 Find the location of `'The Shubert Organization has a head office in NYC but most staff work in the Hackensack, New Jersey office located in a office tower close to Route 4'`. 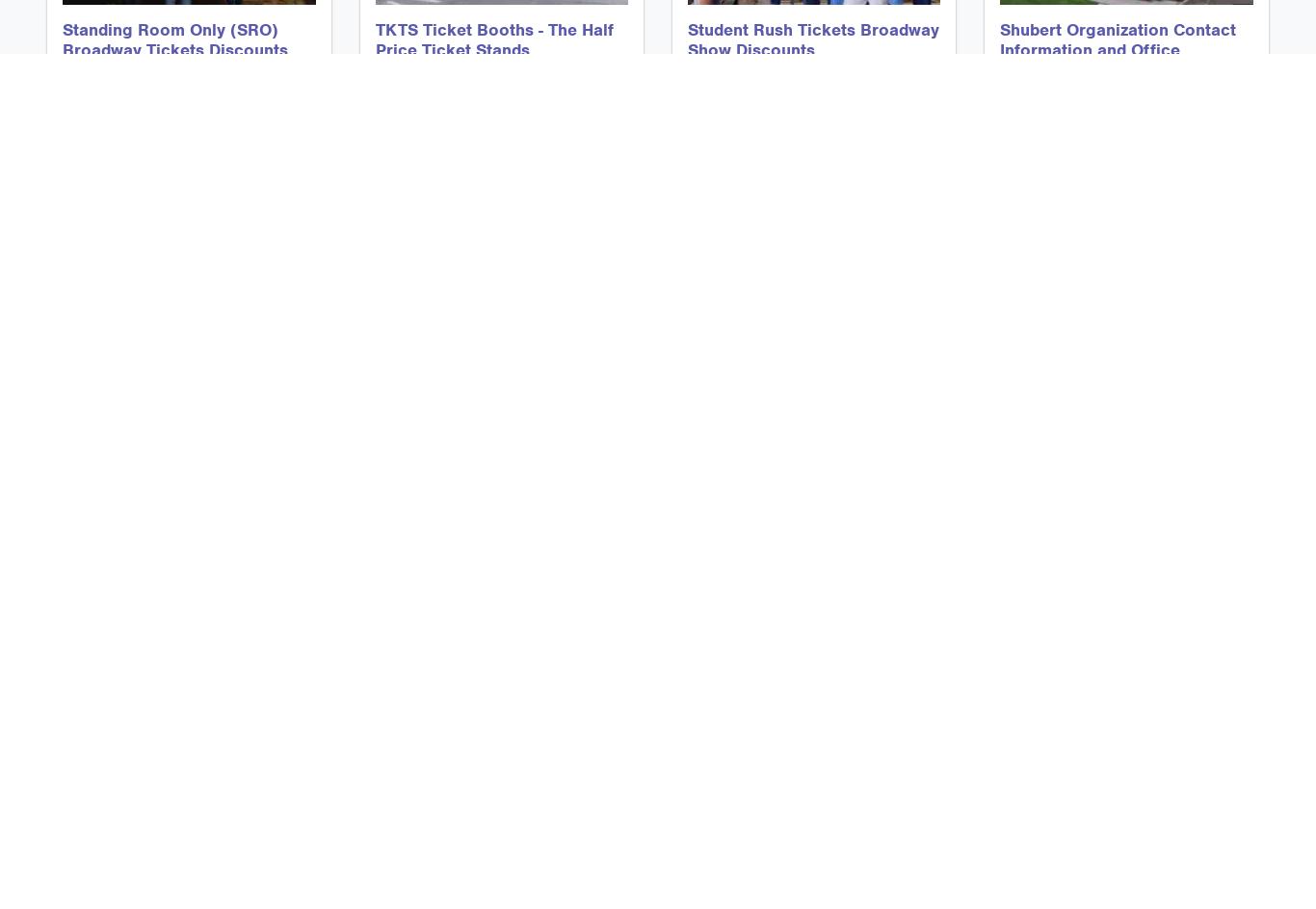

'The Shubert Organization has a head office in NYC but most staff work in the Hackensack, New Jersey office located in a office tower close to Route 4' is located at coordinates (999, 150).